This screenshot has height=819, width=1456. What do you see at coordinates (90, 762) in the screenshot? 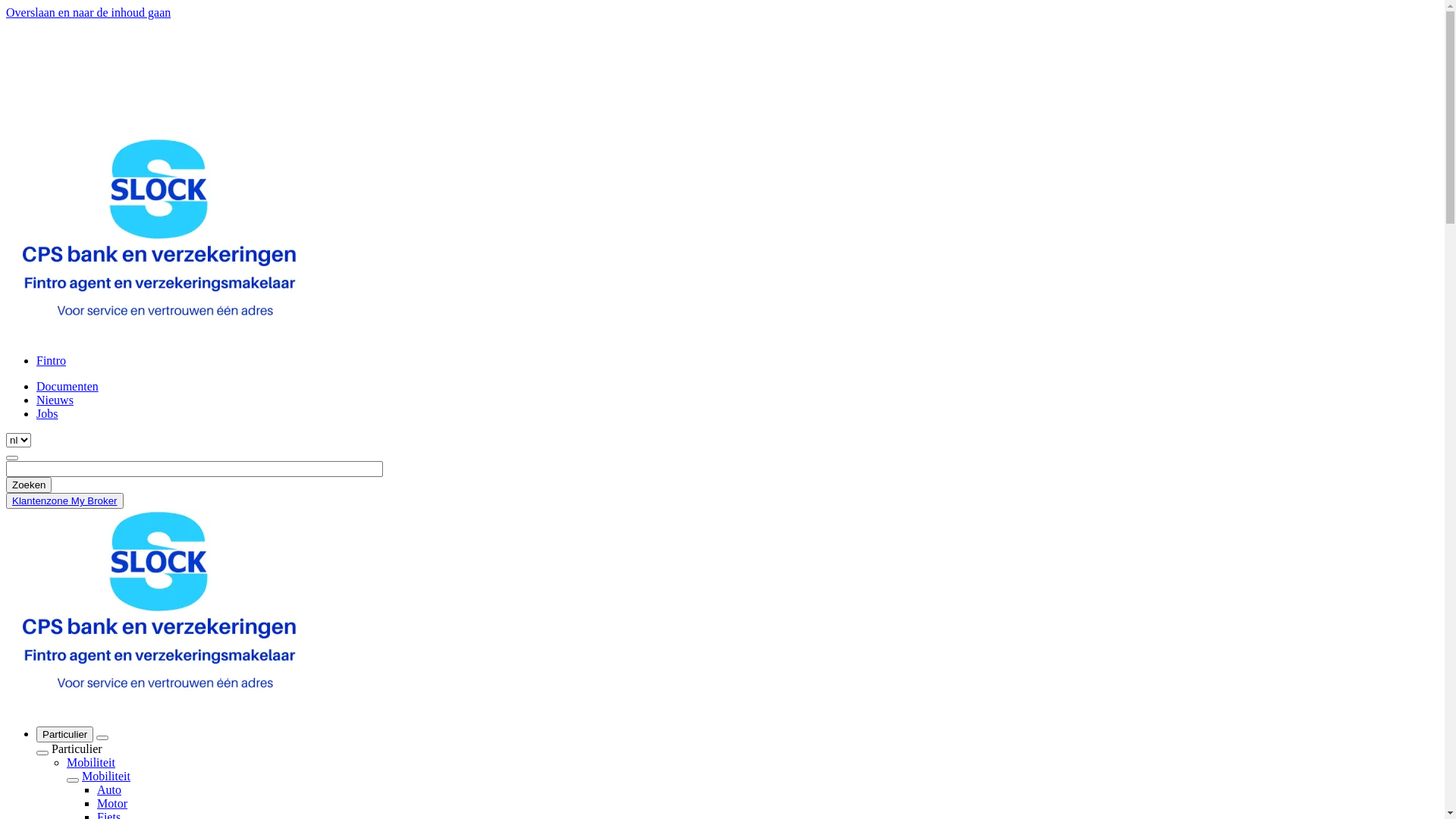
I see `'Mobiliteit'` at bounding box center [90, 762].